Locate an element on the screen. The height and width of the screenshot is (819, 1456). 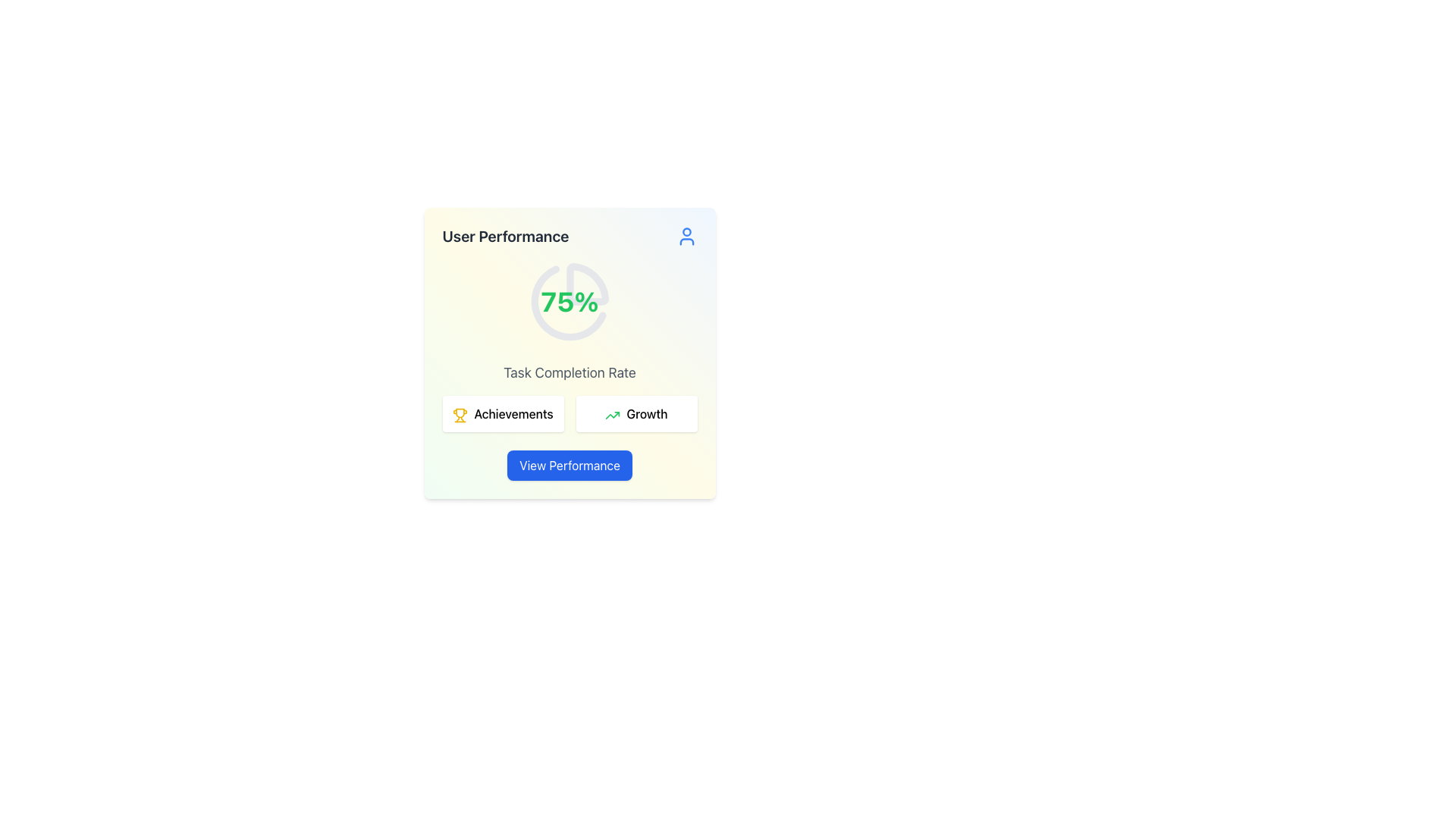
the non-interactive Label card displaying 'Achievements', which is the first card in the left column of a two-column grid layout is located at coordinates (503, 414).